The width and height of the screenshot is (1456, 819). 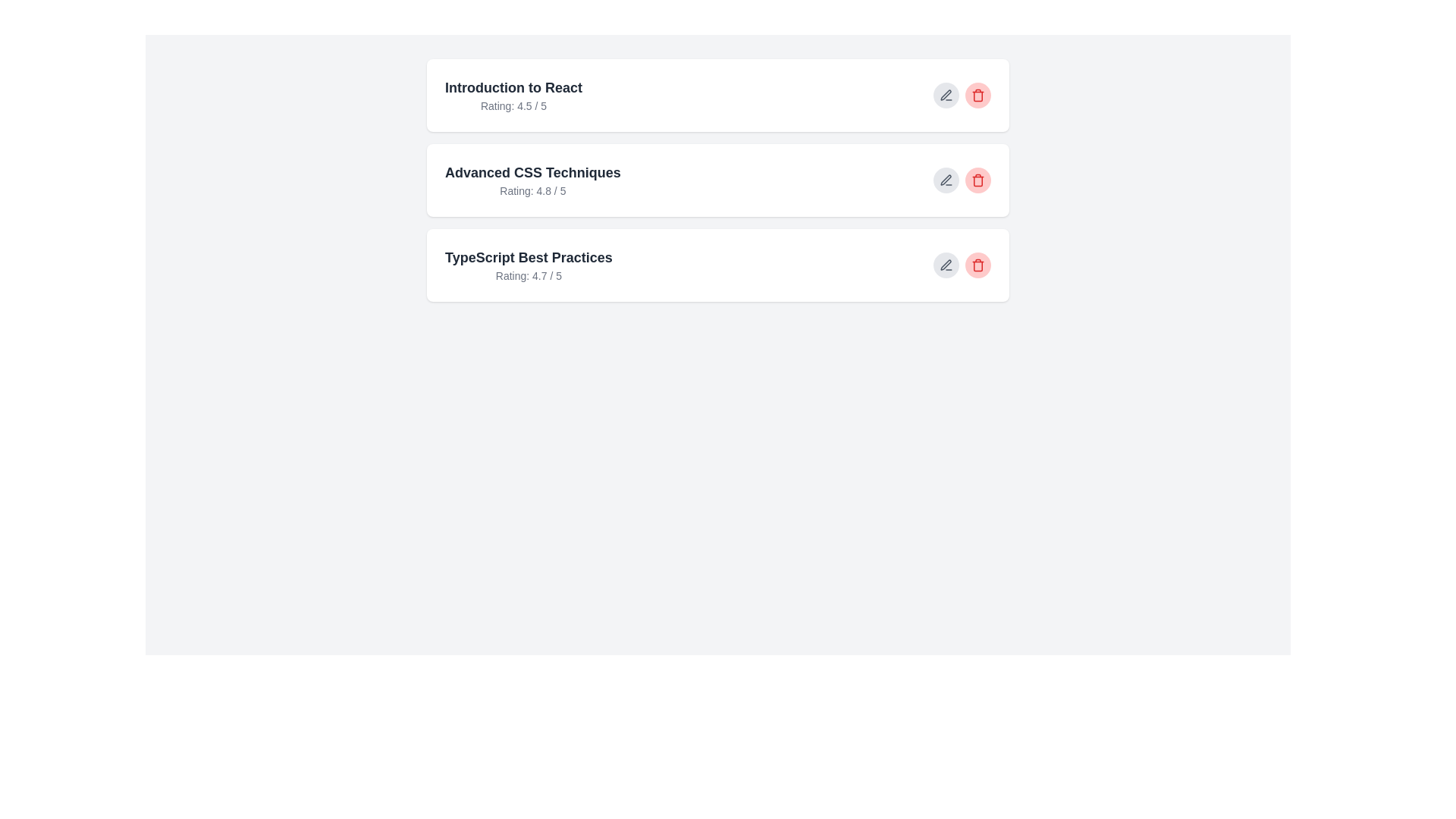 I want to click on the non-interactive text label displaying the rating score for the item titled 'TypeScript Best Practices', so click(x=529, y=275).